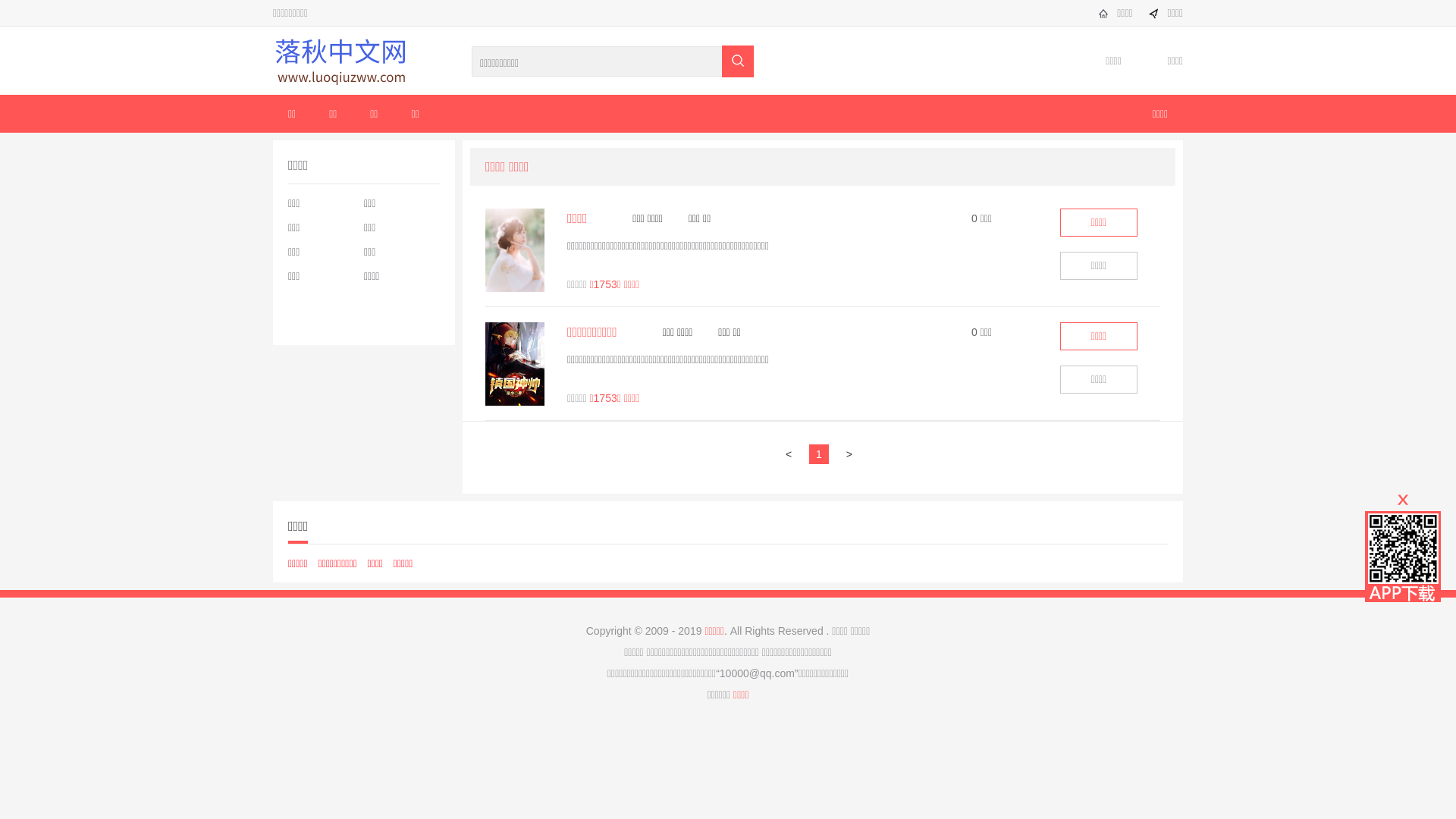 This screenshot has height=819, width=1456. What do you see at coordinates (852, 453) in the screenshot?
I see `'>'` at bounding box center [852, 453].